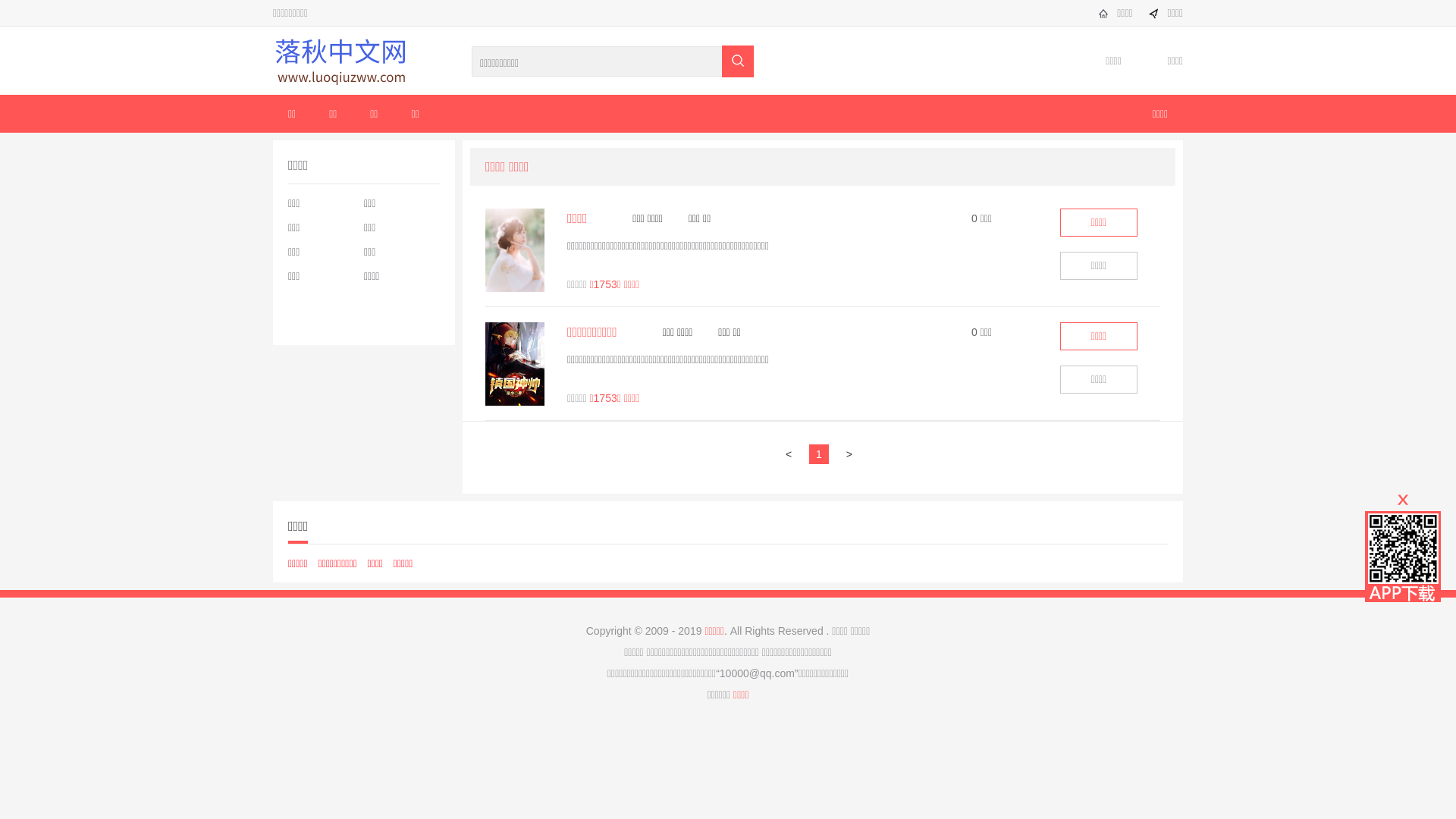 This screenshot has height=819, width=1456. What do you see at coordinates (852, 453) in the screenshot?
I see `'>'` at bounding box center [852, 453].